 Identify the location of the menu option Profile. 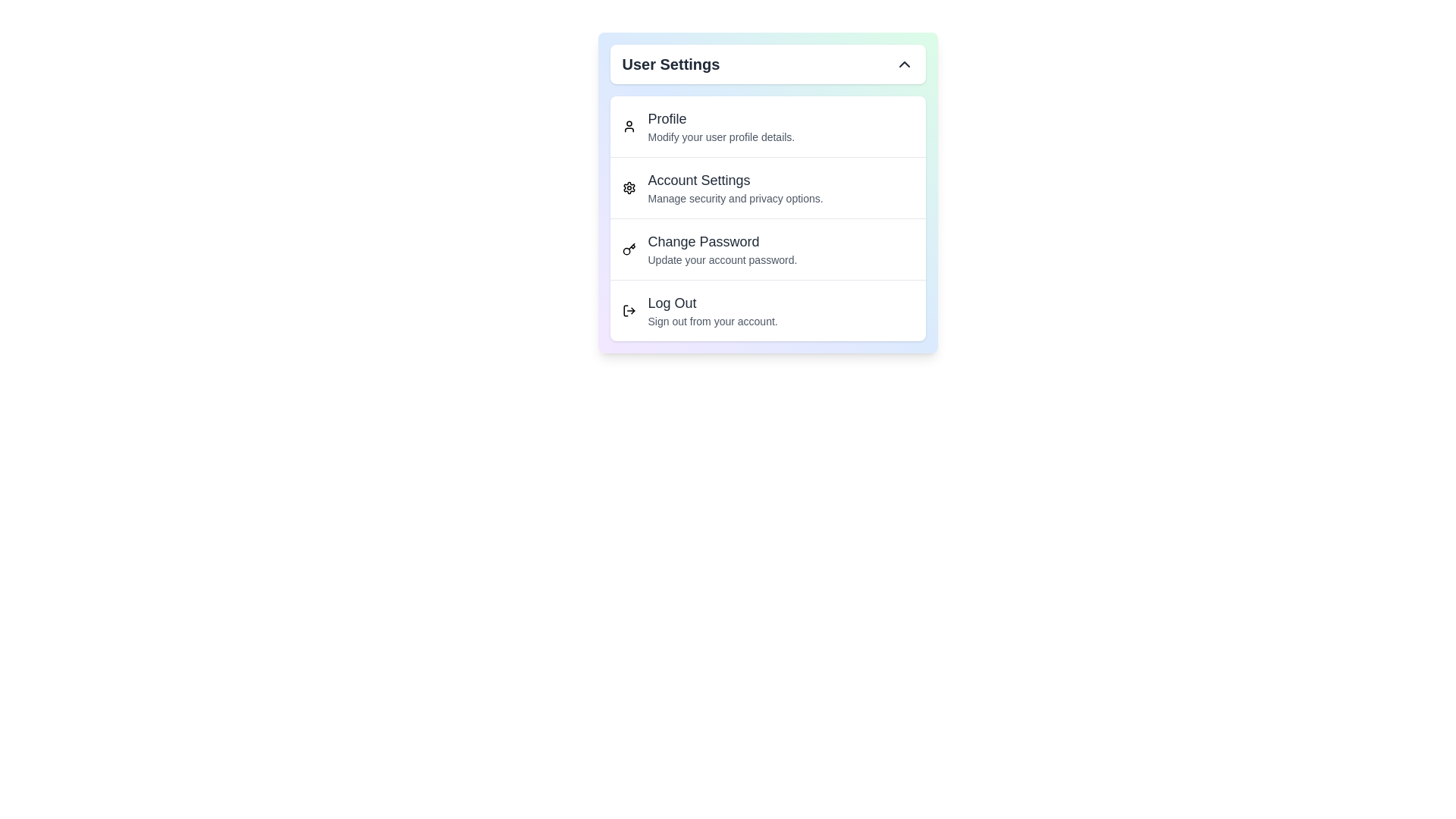
(767, 125).